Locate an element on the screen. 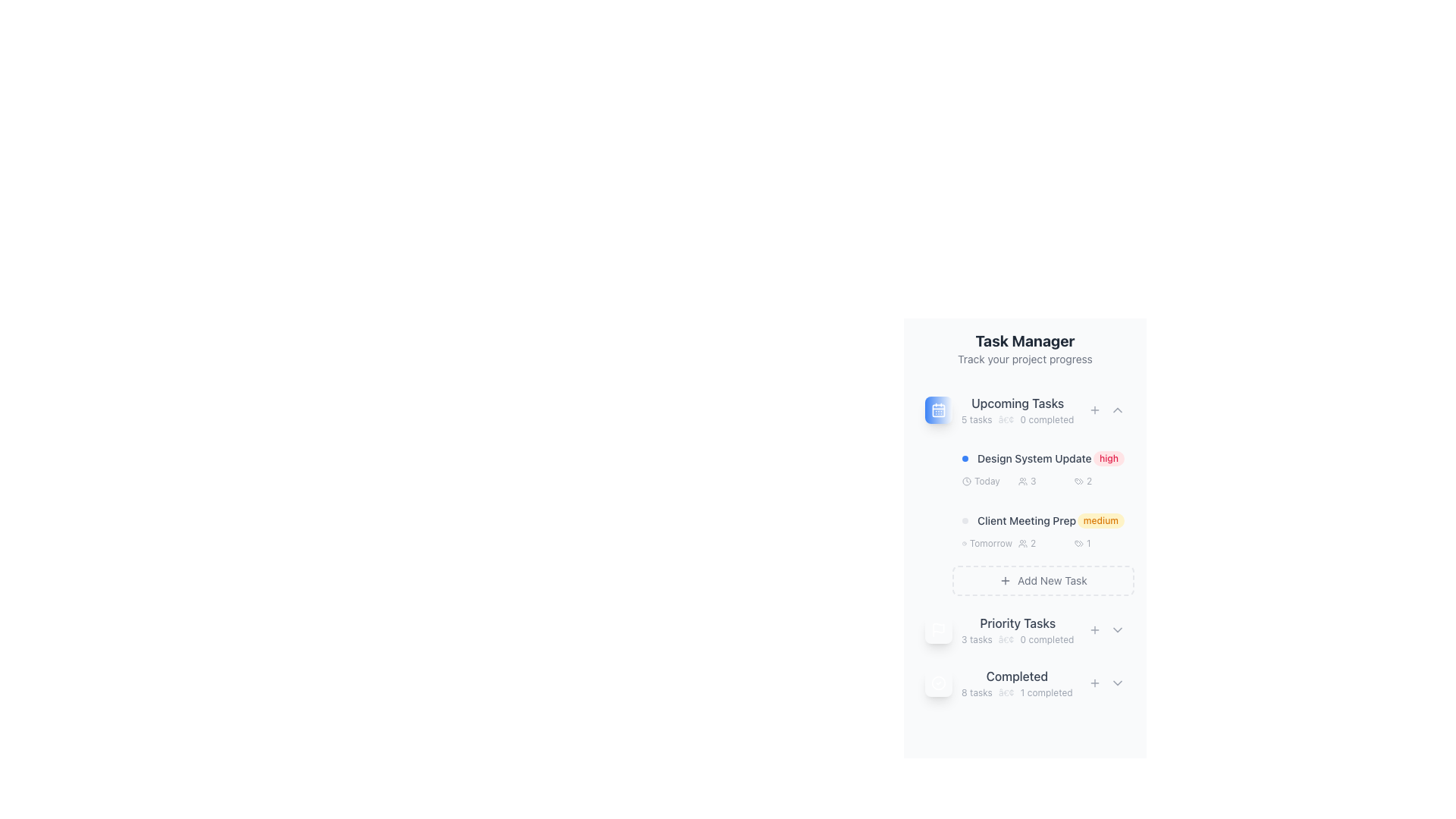 This screenshot has height=819, width=1456. the textual separator (visual dot) element located between '5 tasks' and '0 completed' is located at coordinates (1006, 420).